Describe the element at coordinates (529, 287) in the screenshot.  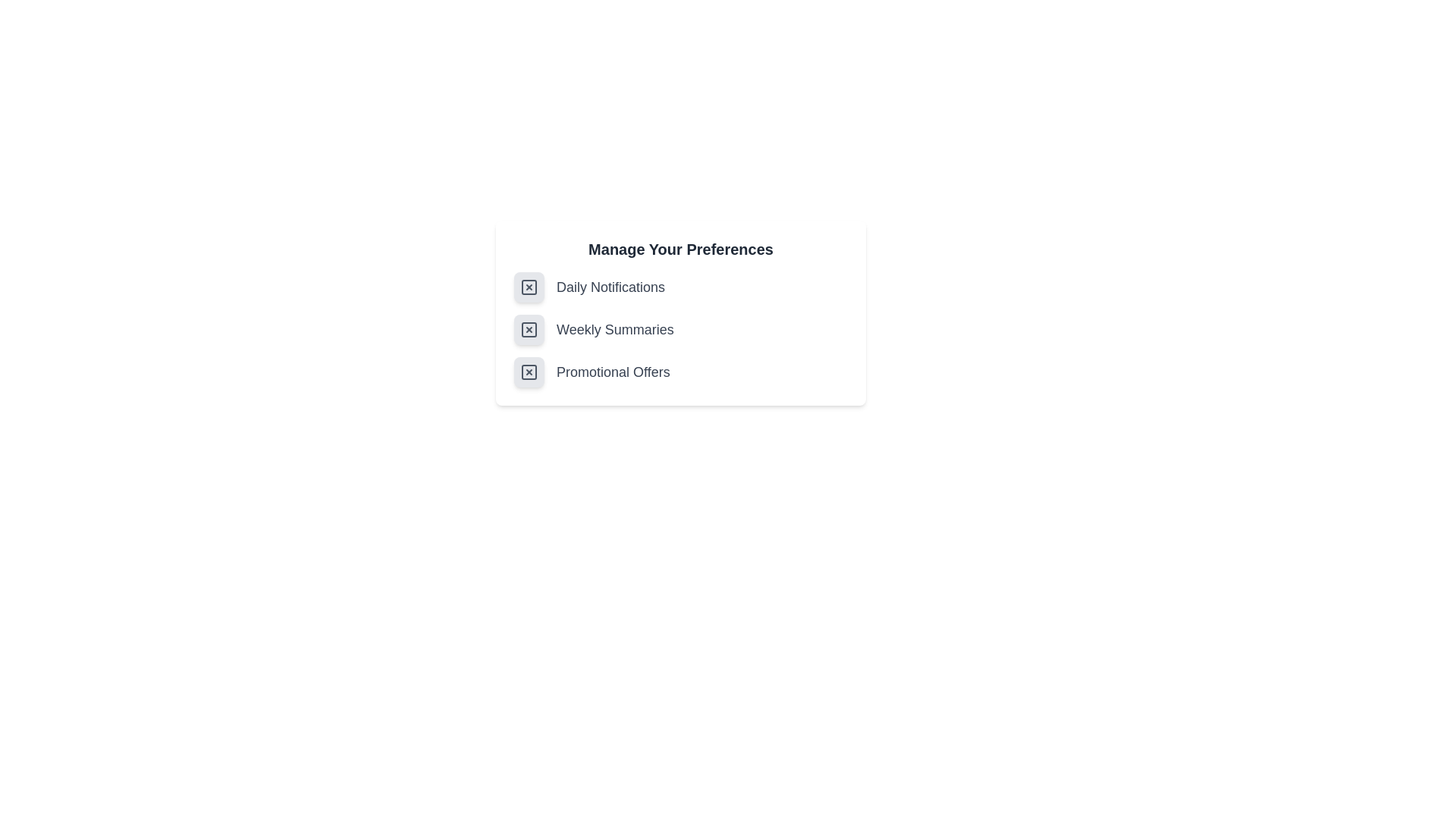
I see `the small, rounded square button with a light gray background and dark gray outline, featuring an 'X' icon, located in the topmost row of the list beside 'Daily Notifications.'` at that location.